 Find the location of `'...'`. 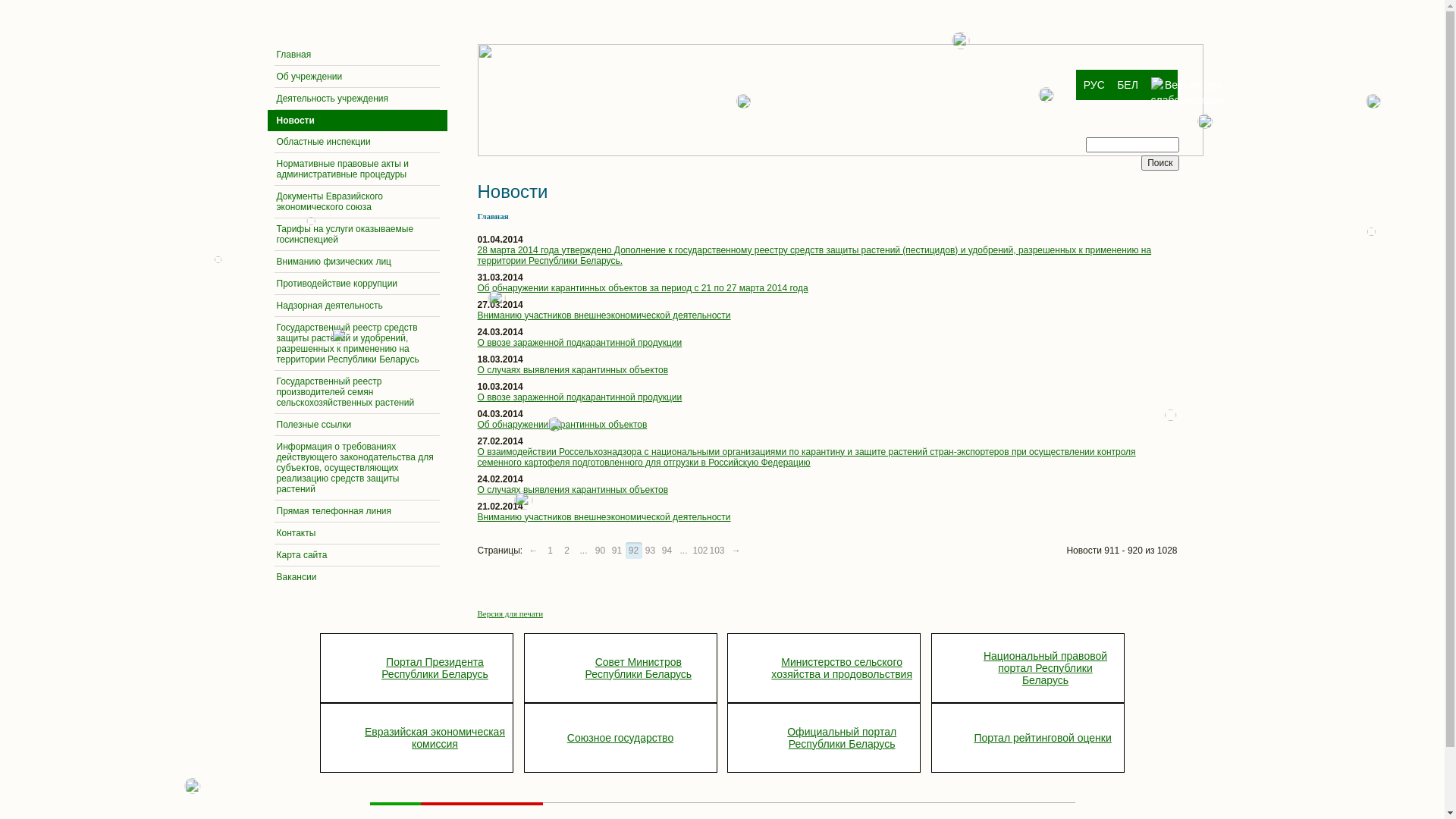

'...' is located at coordinates (683, 550).